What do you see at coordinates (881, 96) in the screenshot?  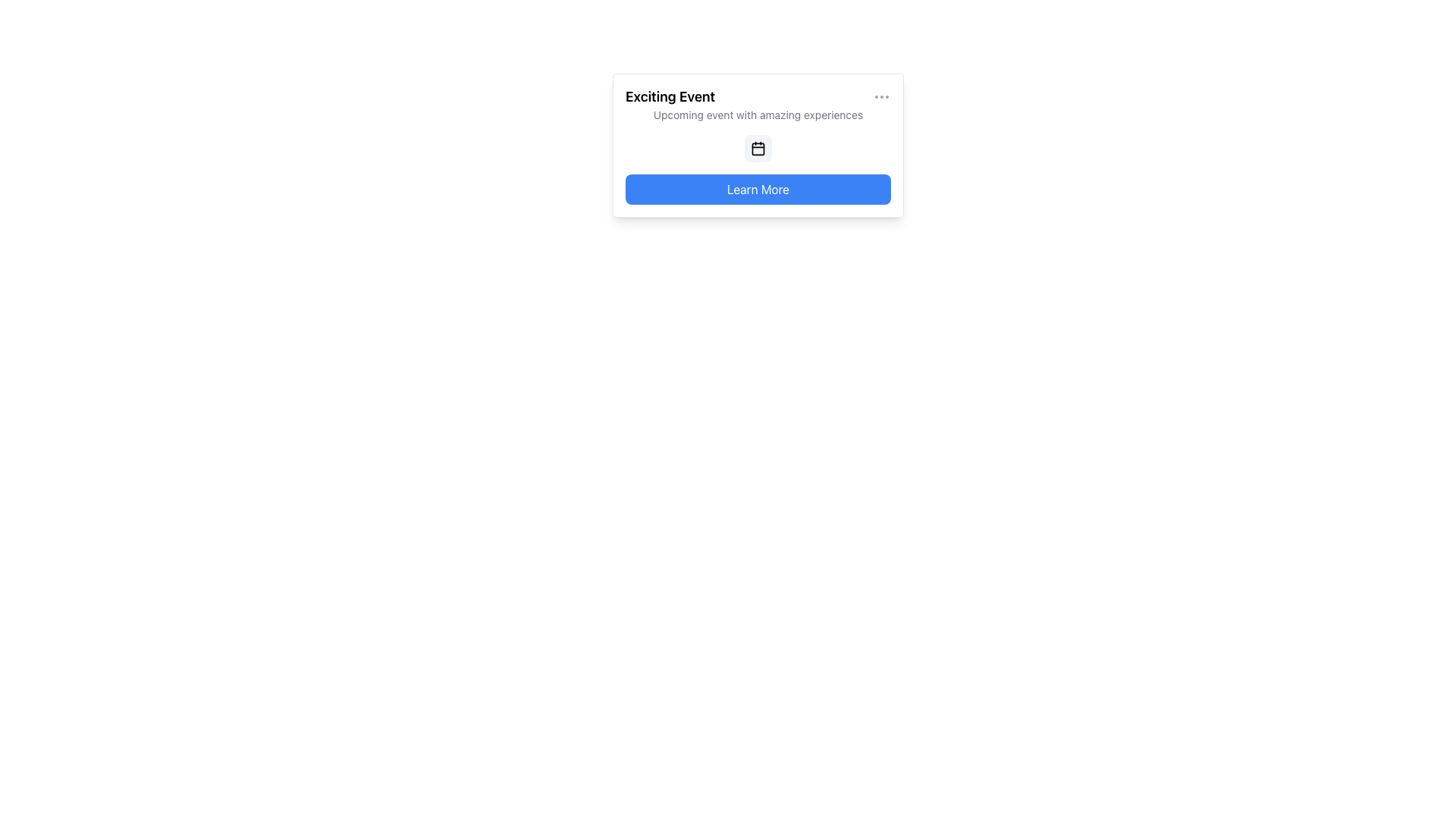 I see `the Horizontal Ellipsis Icon located at the upper-right corner of the 'Exciting Event' card to show additional options` at bounding box center [881, 96].